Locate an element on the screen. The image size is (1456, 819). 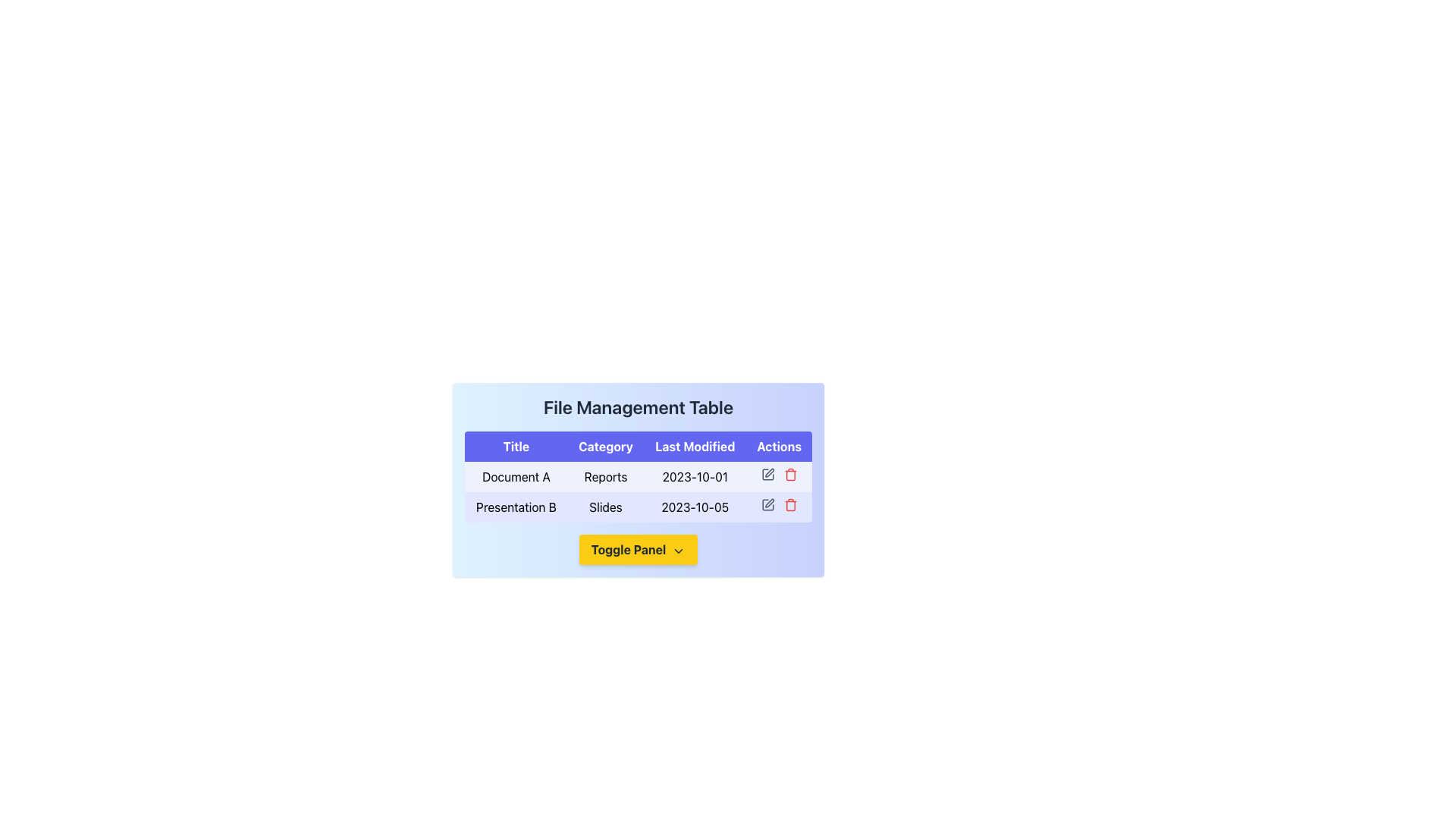
the second row of the data table which contains 'Presentation B', 'Slides', and '2023-10-05' is located at coordinates (638, 507).